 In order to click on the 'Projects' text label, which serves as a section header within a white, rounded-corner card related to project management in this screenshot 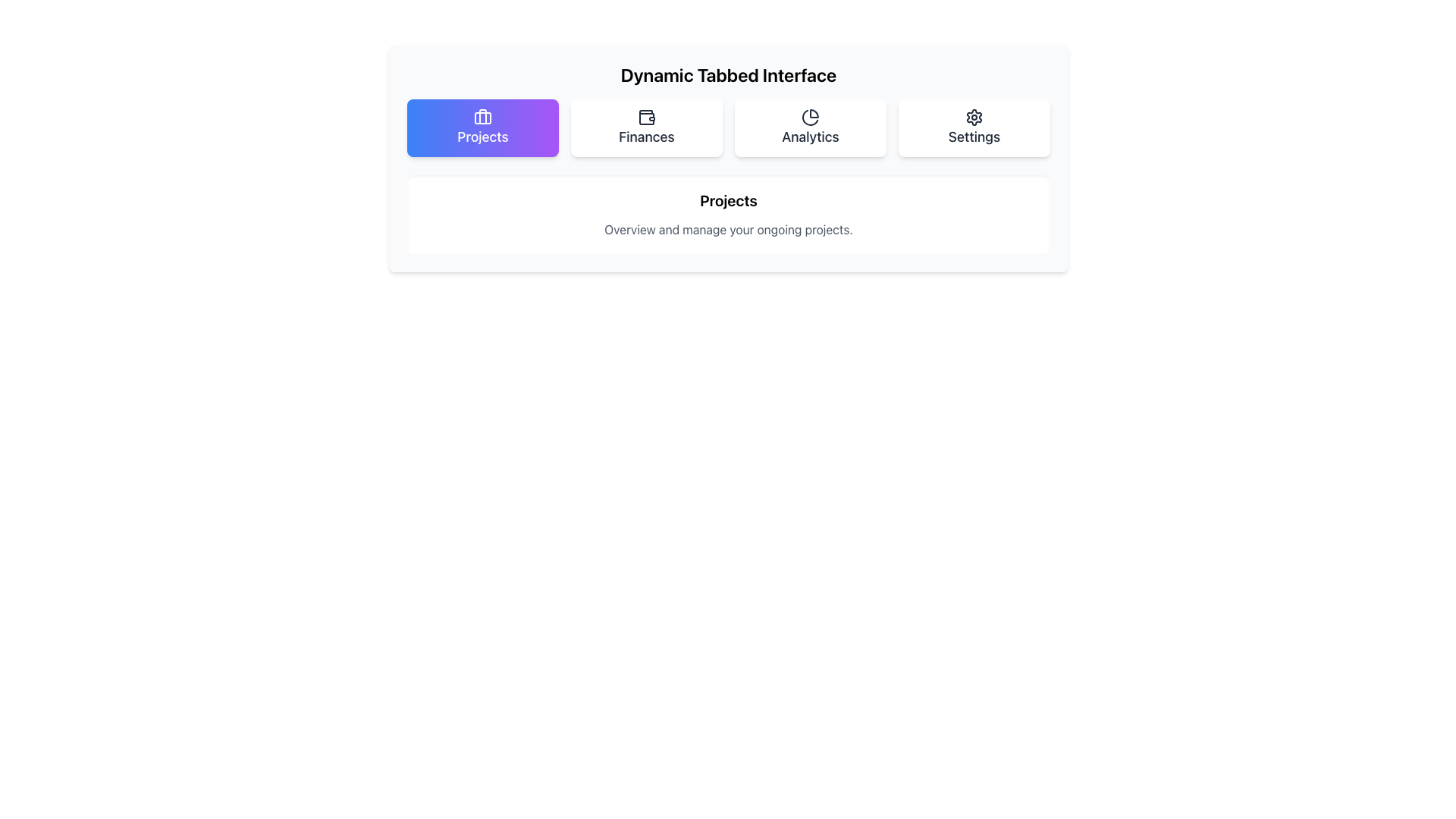, I will do `click(728, 200)`.